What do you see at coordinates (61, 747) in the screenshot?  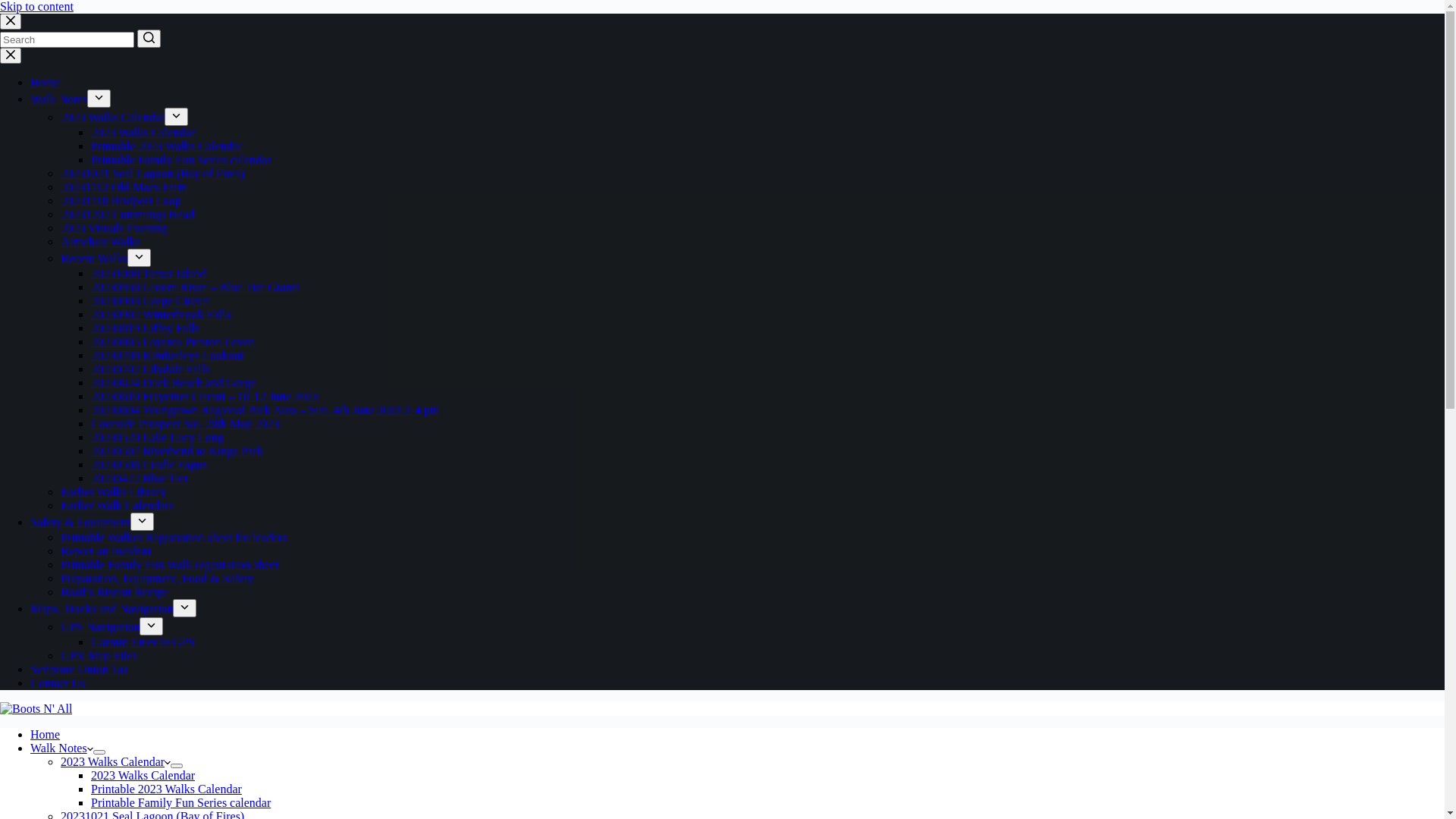 I see `'Walk Notes'` at bounding box center [61, 747].